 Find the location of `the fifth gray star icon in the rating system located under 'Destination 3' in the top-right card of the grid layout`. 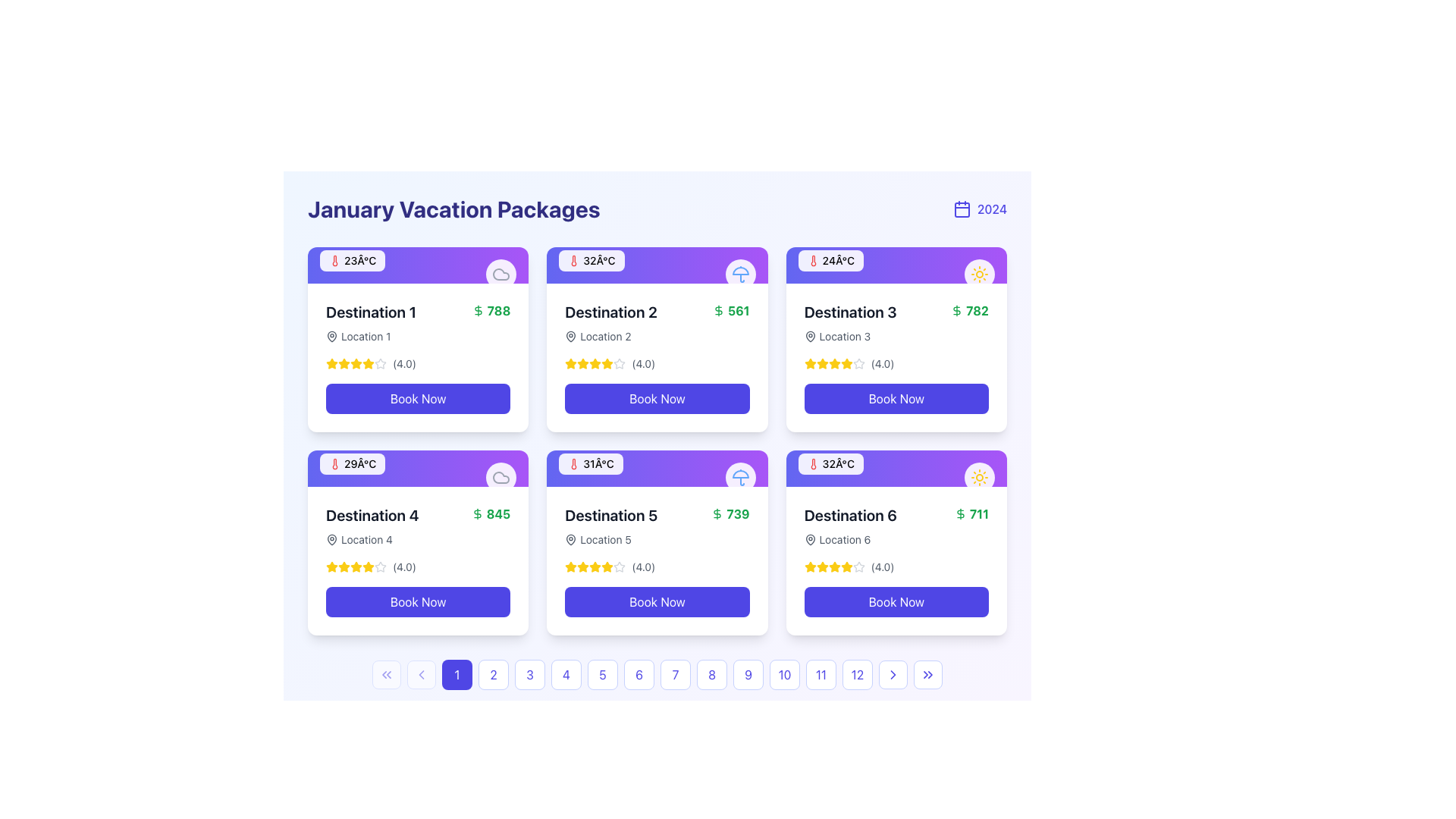

the fifth gray star icon in the rating system located under 'Destination 3' in the top-right card of the grid layout is located at coordinates (858, 363).